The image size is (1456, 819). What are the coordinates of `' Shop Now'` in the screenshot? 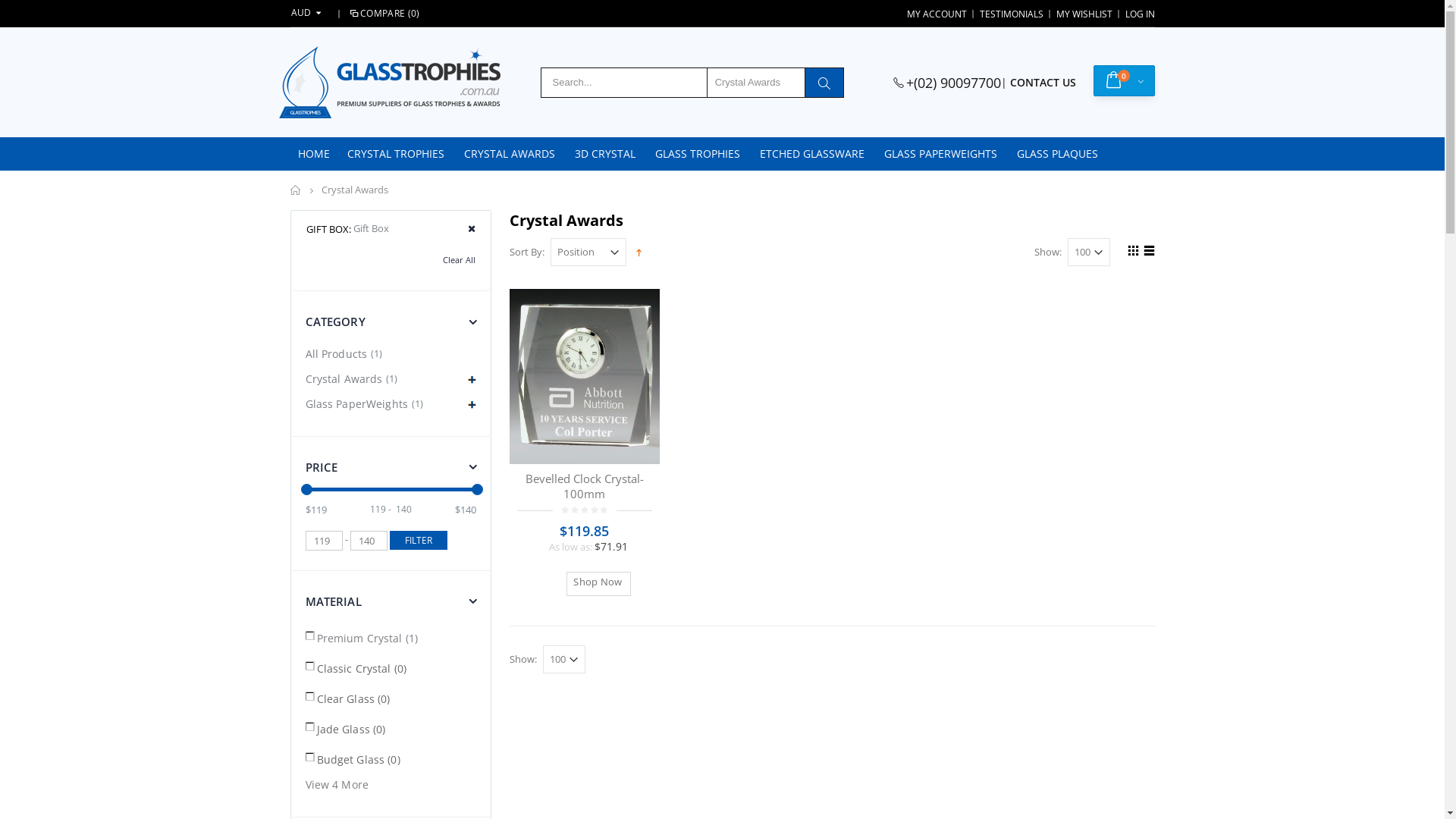 It's located at (598, 583).